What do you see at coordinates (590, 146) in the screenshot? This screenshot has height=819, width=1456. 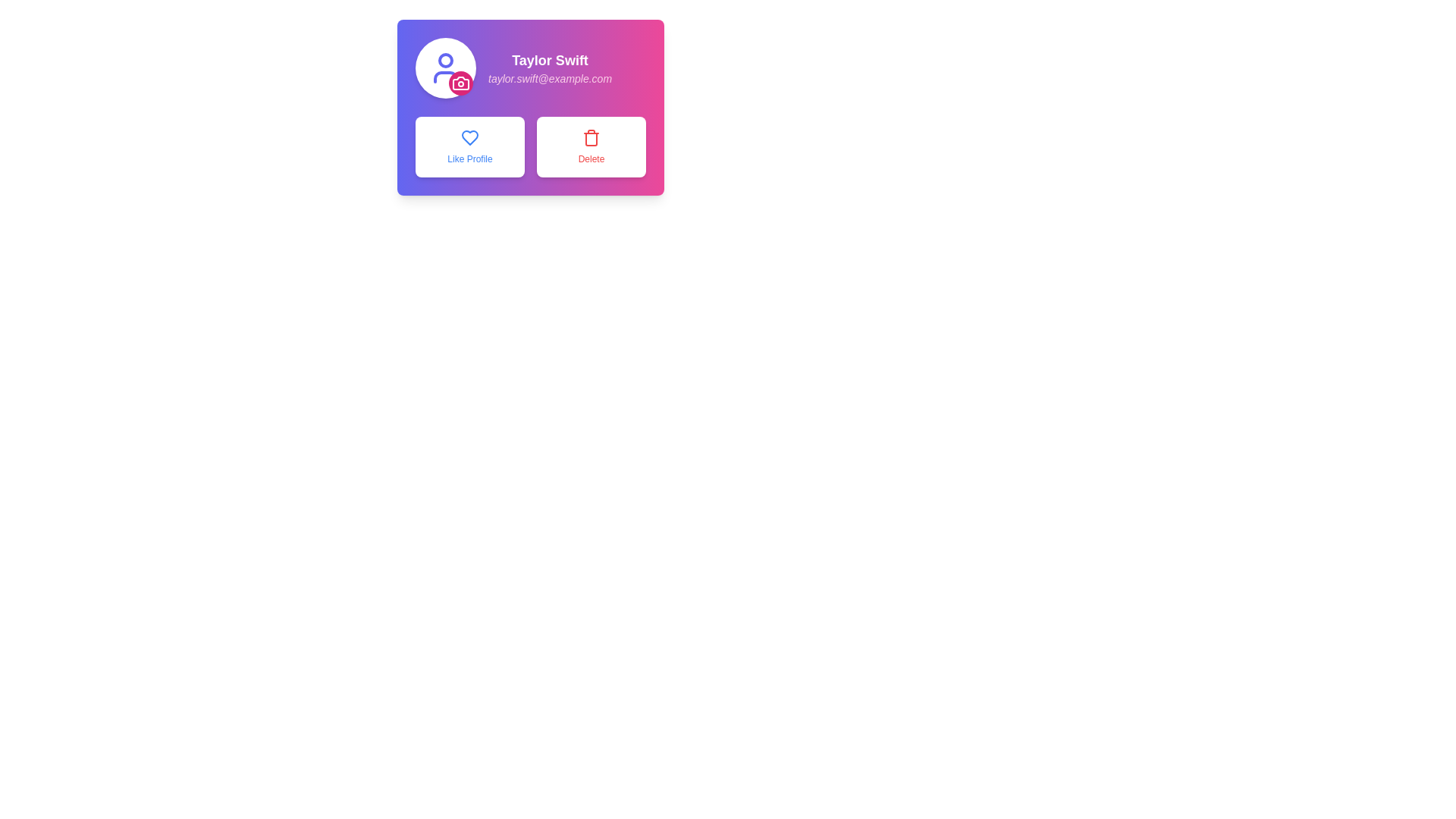 I see `the 'Delete' button located on the right side of the two-column layout` at bounding box center [590, 146].